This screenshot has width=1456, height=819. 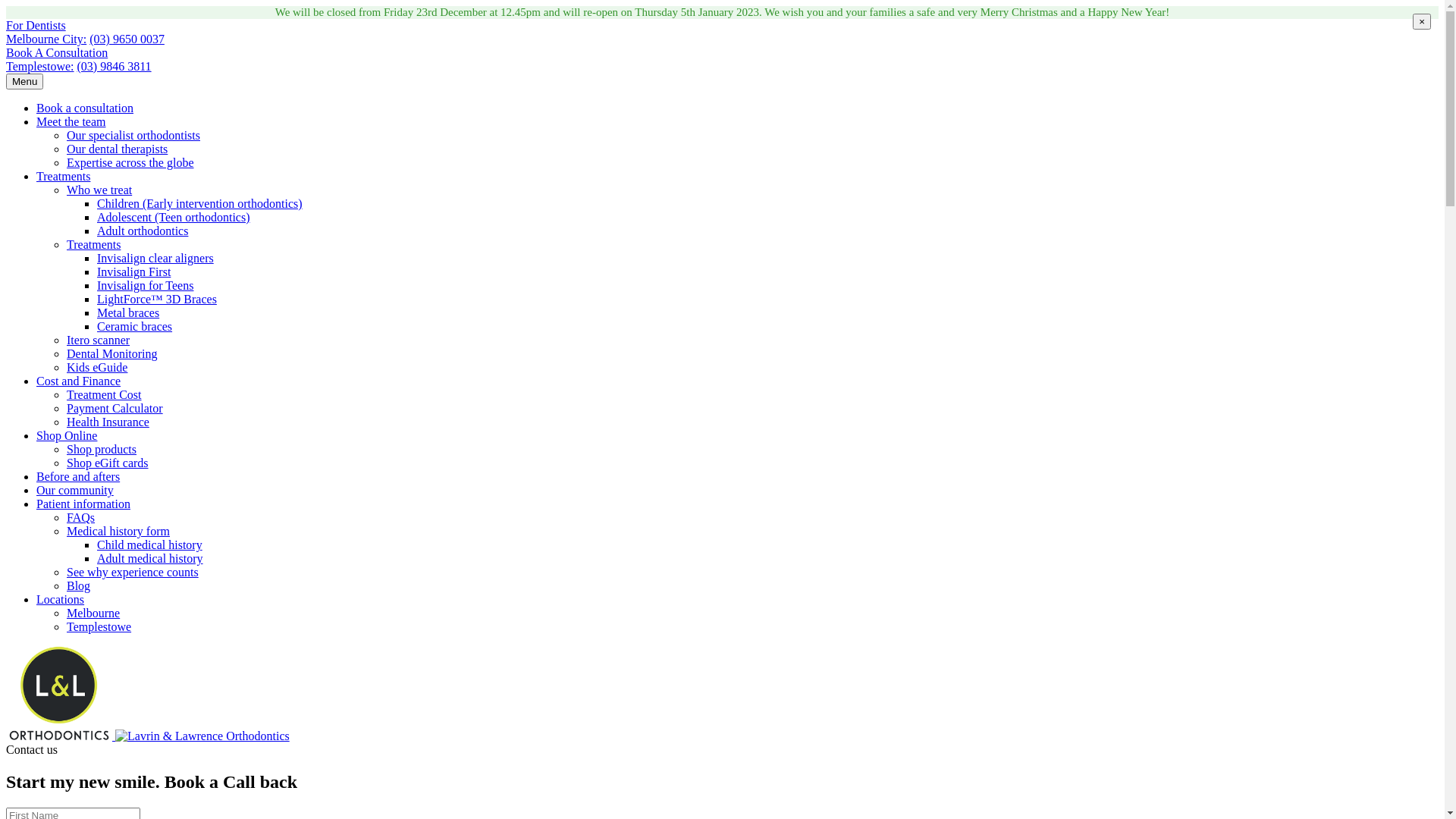 What do you see at coordinates (65, 435) in the screenshot?
I see `'Shop Online'` at bounding box center [65, 435].